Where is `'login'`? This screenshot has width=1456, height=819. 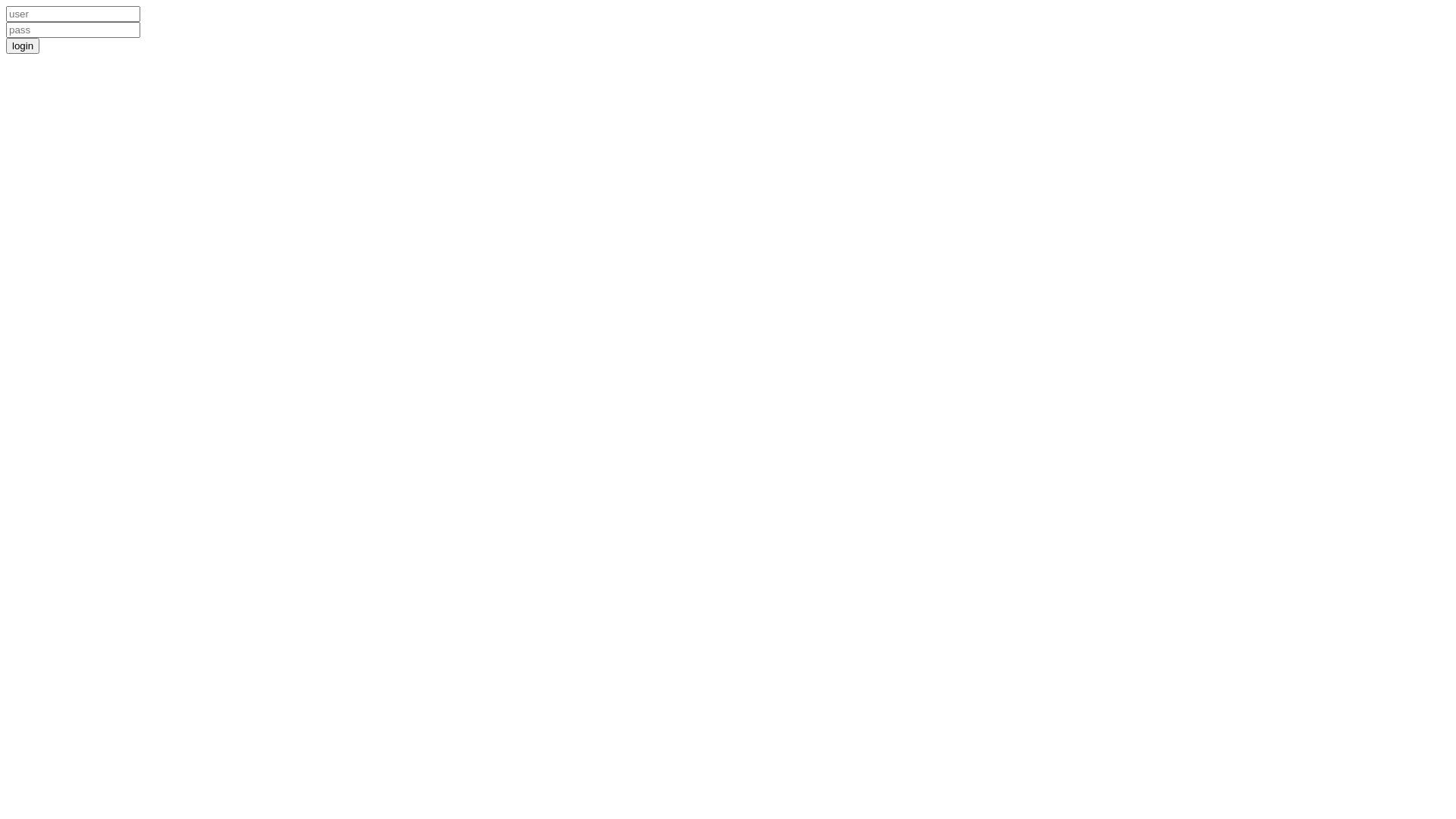 'login' is located at coordinates (22, 45).